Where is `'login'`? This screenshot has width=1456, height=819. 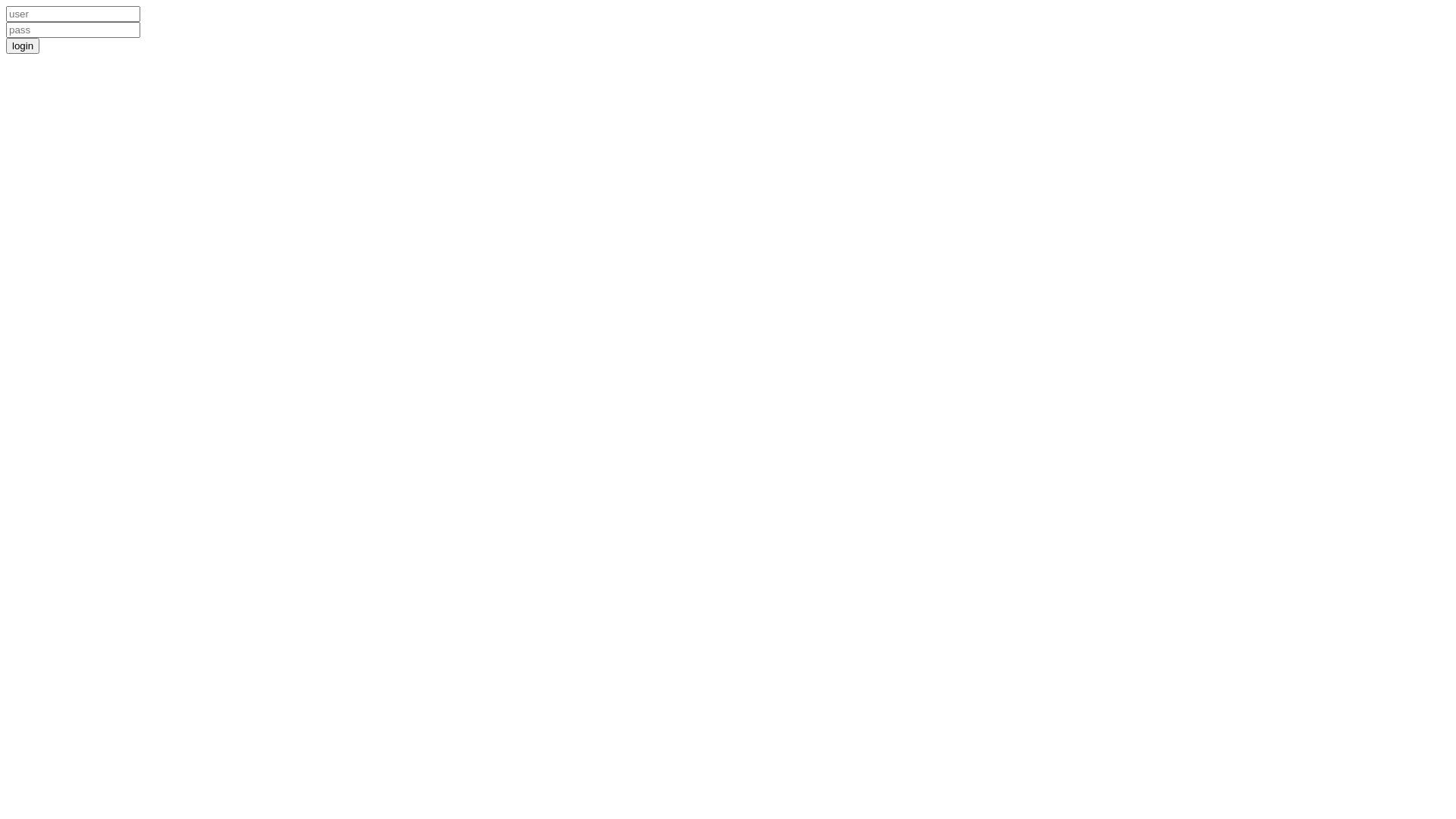 'login' is located at coordinates (22, 45).